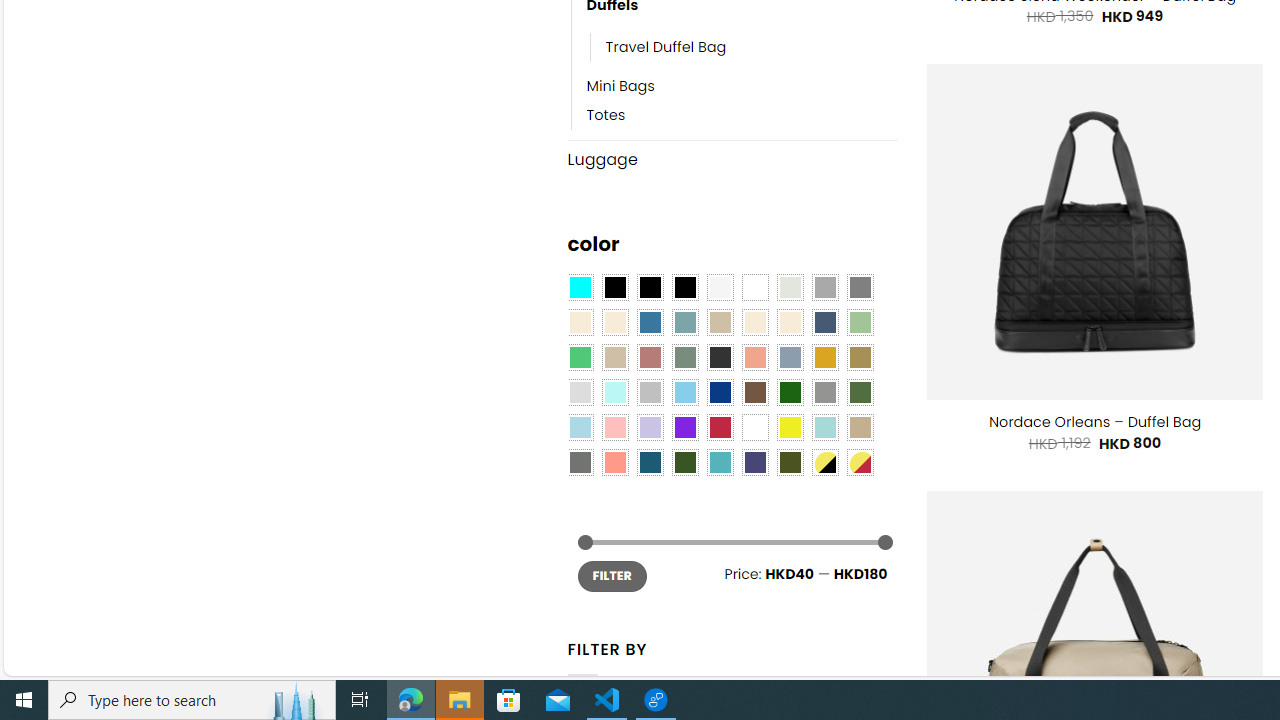 Image resolution: width=1280 pixels, height=720 pixels. I want to click on 'Luggage', so click(731, 159).